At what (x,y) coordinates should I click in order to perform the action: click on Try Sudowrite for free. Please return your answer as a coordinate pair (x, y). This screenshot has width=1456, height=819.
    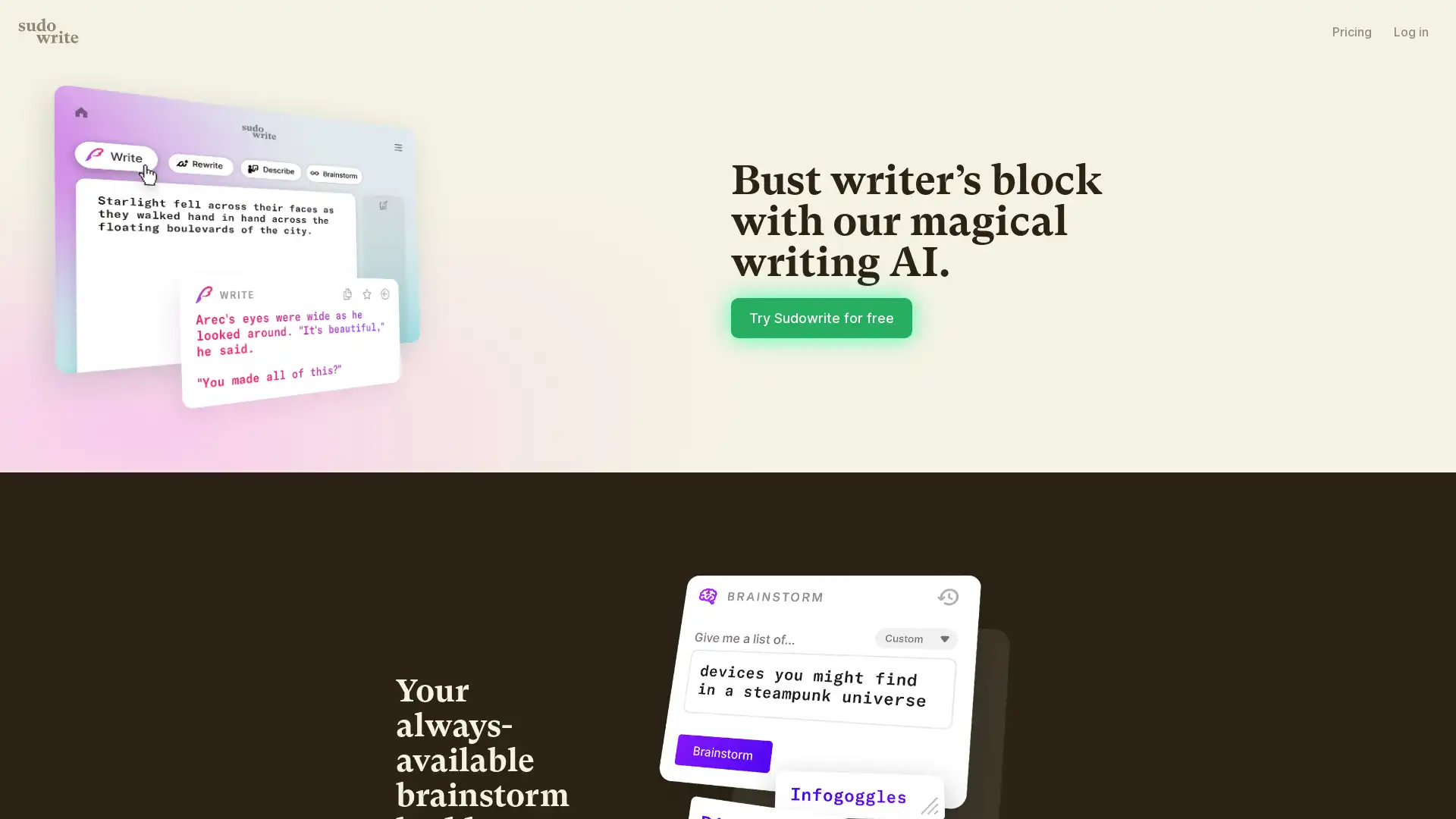
    Looking at the image, I should click on (946, 415).